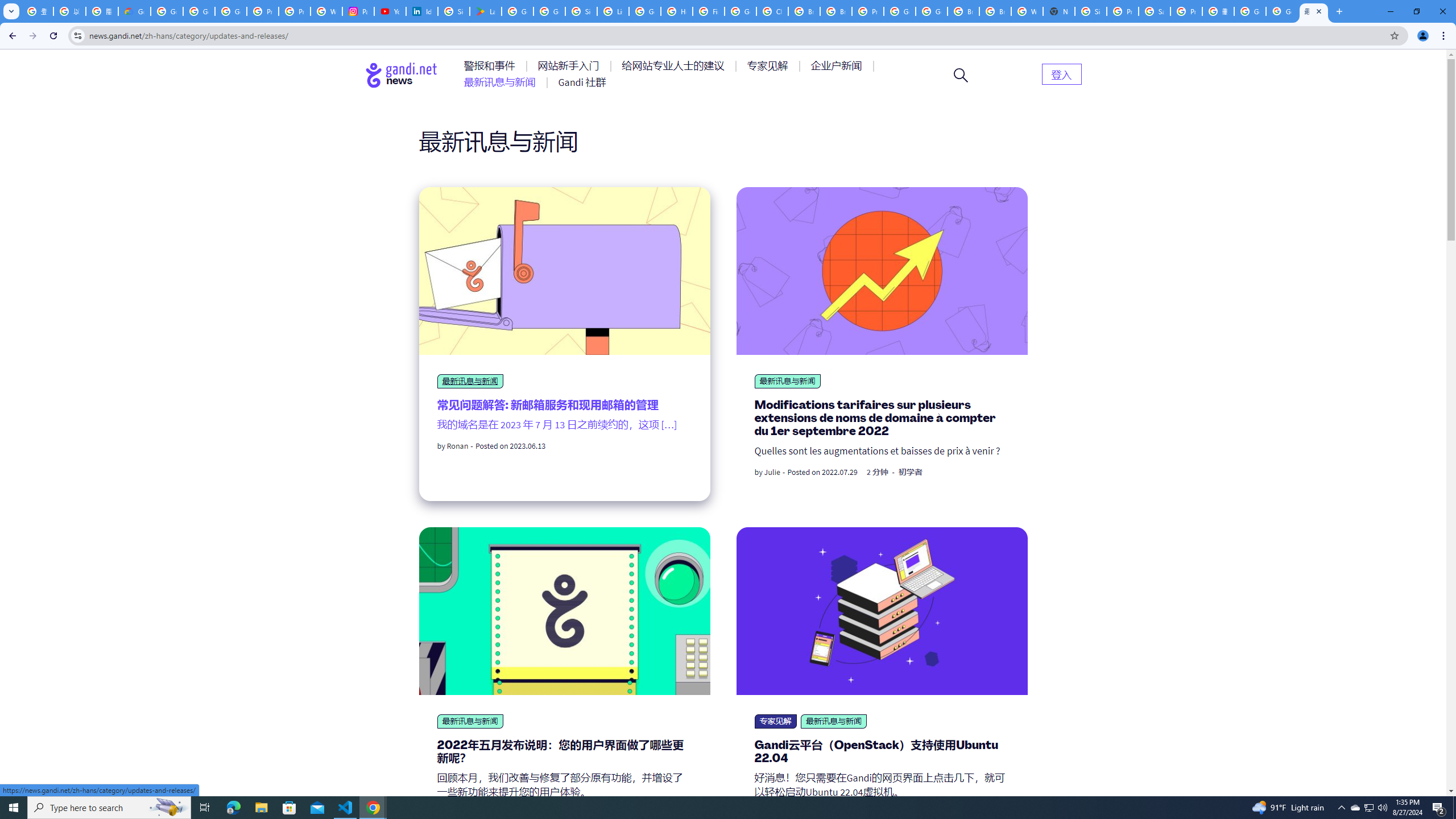 The height and width of the screenshot is (819, 1456). Describe the element at coordinates (899, 11) in the screenshot. I see `'Google Cloud Platform'` at that location.